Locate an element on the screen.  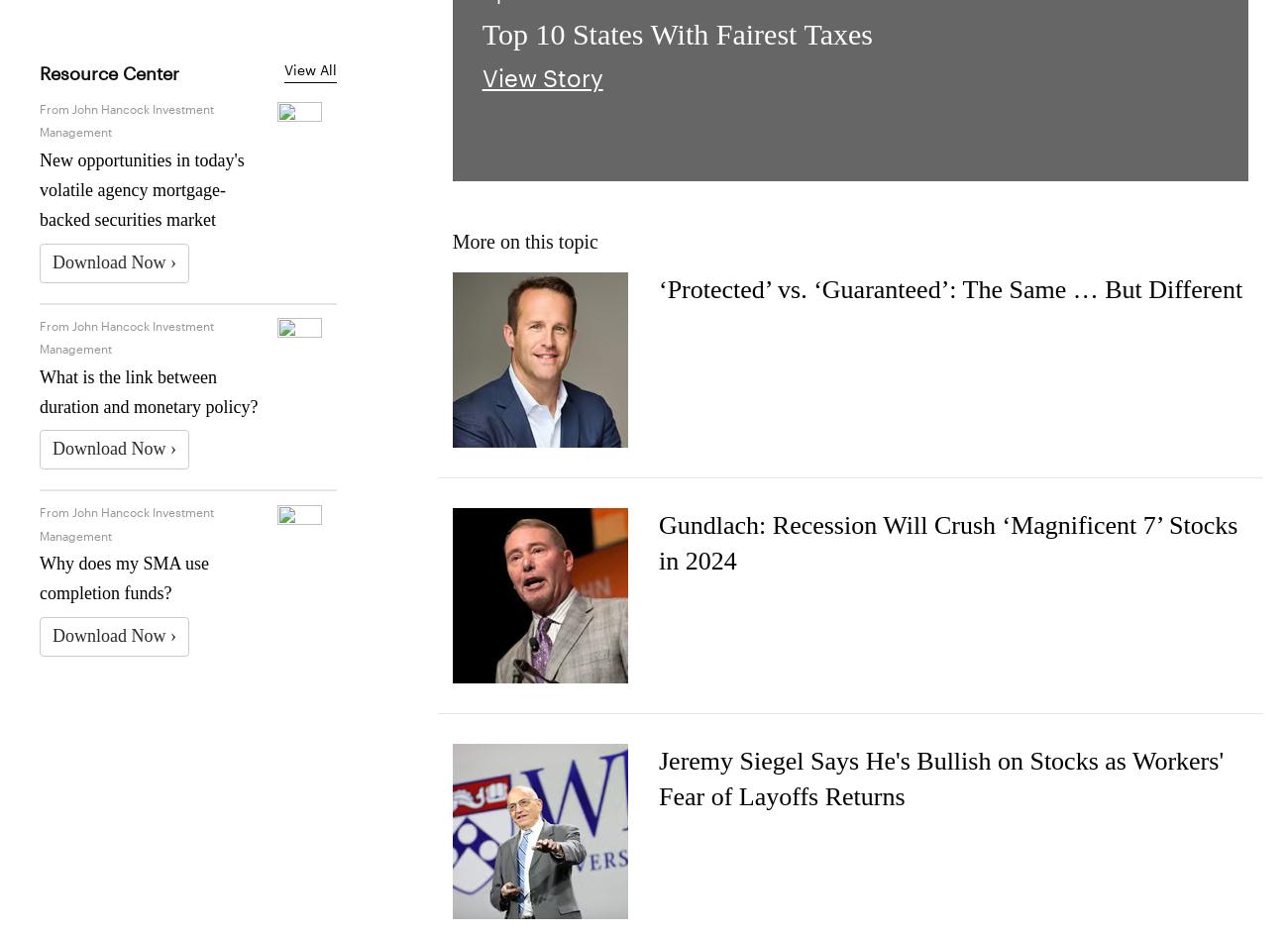
'Top 10 States With Fairest Taxes' is located at coordinates (676, 33).